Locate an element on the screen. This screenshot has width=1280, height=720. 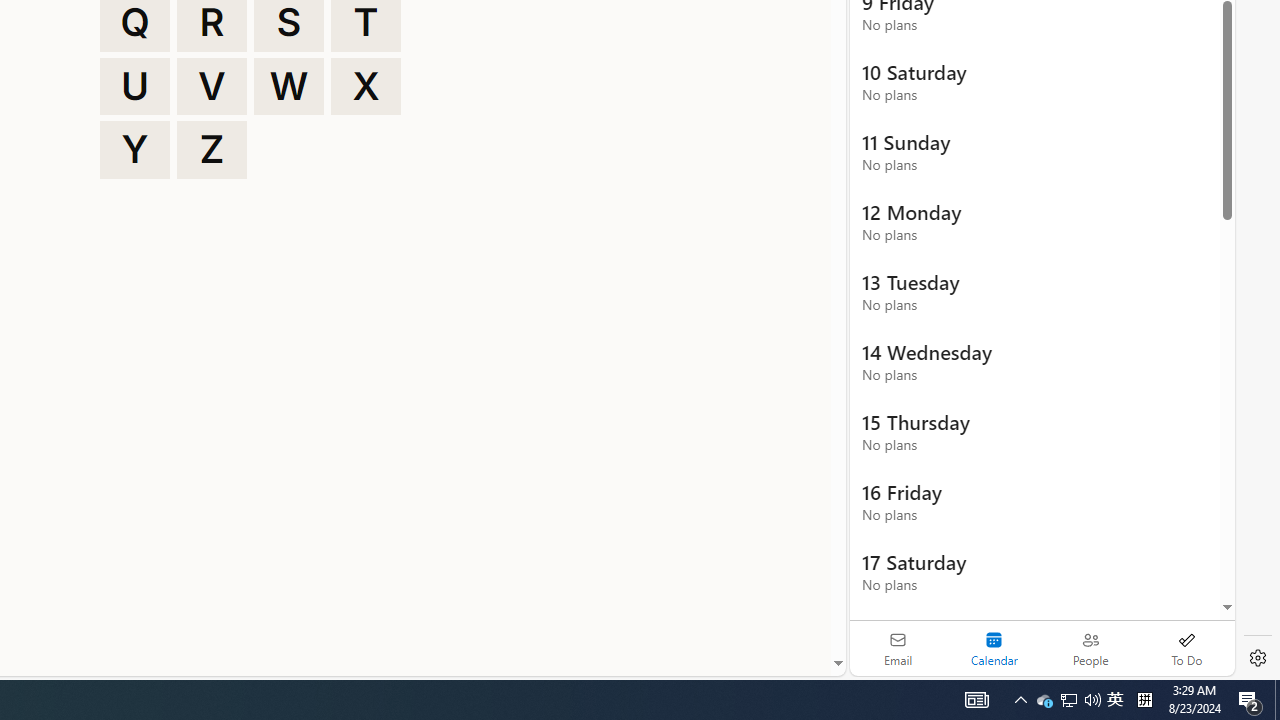
'U' is located at coordinates (134, 85).